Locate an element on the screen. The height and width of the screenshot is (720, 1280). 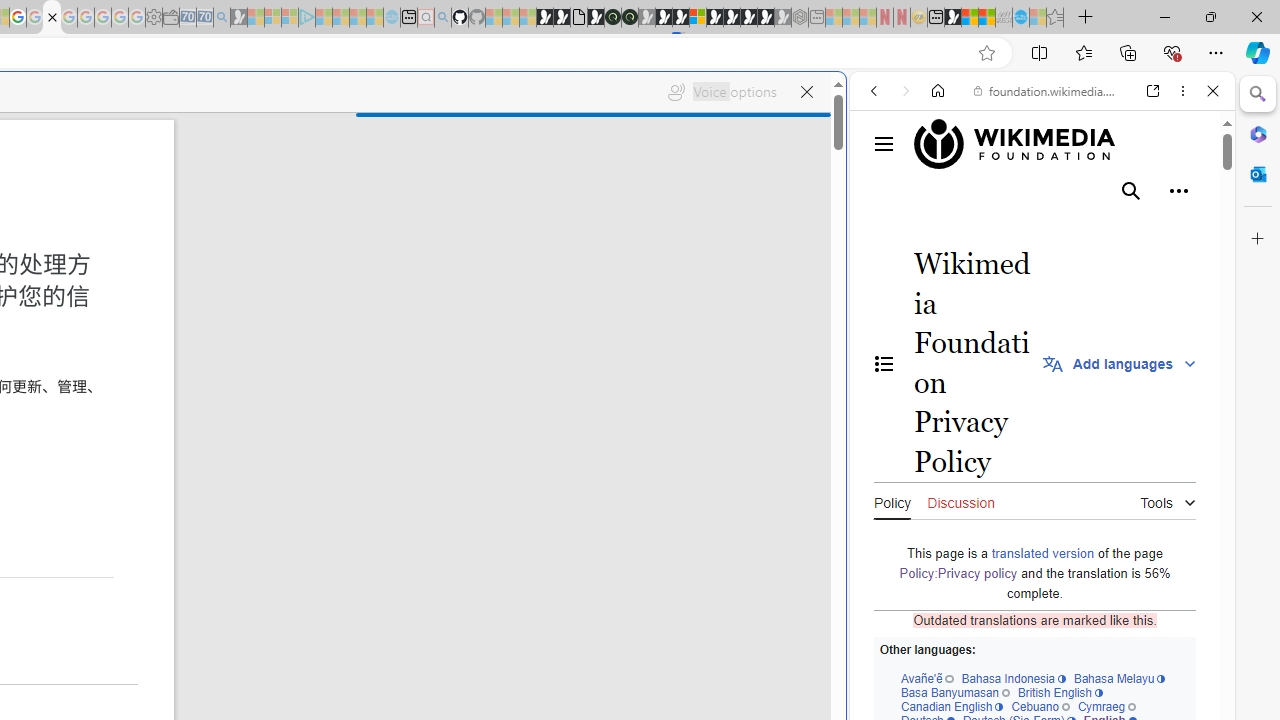
'Bahasa Melayu' is located at coordinates (1118, 677).